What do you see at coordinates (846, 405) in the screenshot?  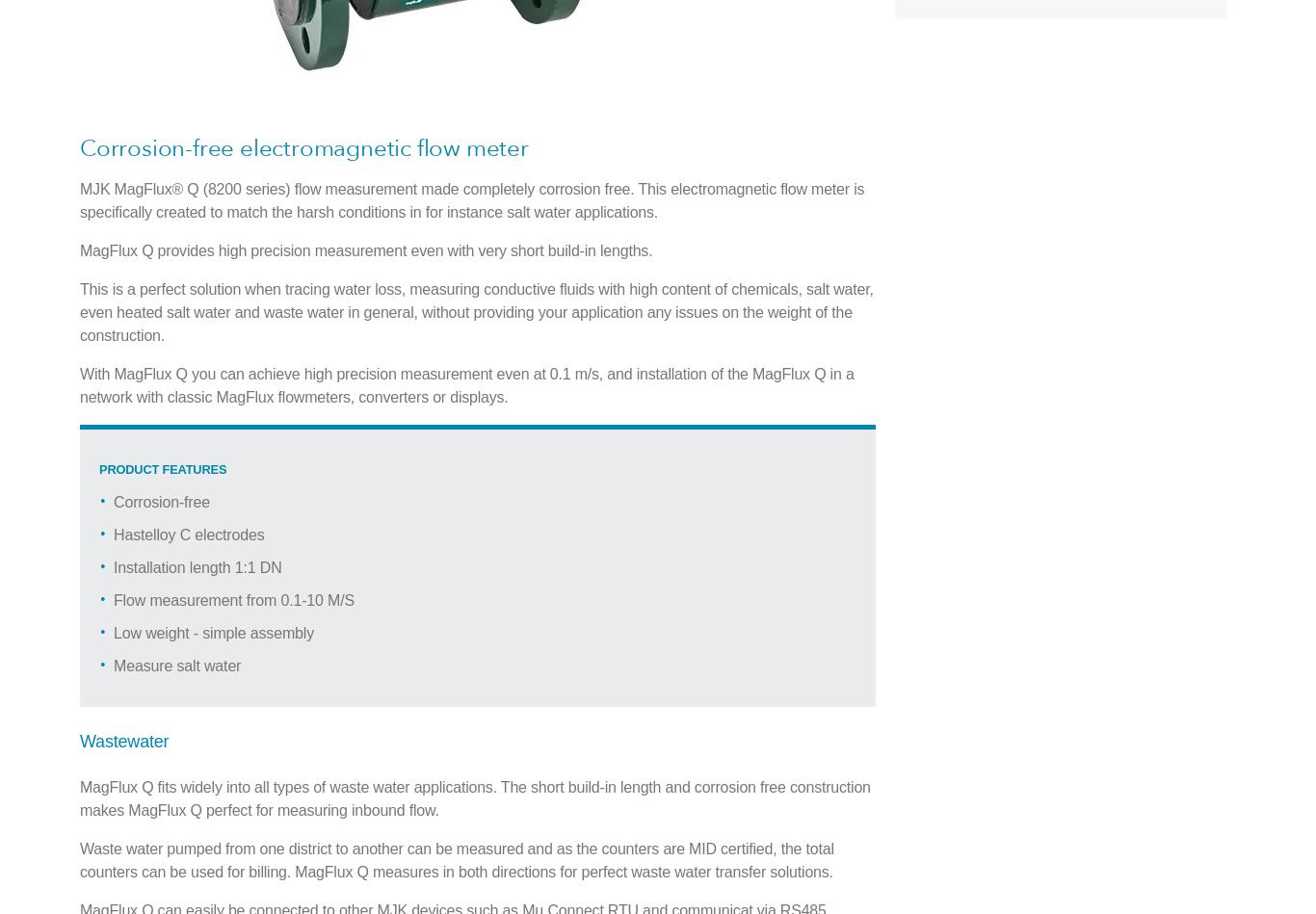 I see `'Company Info'` at bounding box center [846, 405].